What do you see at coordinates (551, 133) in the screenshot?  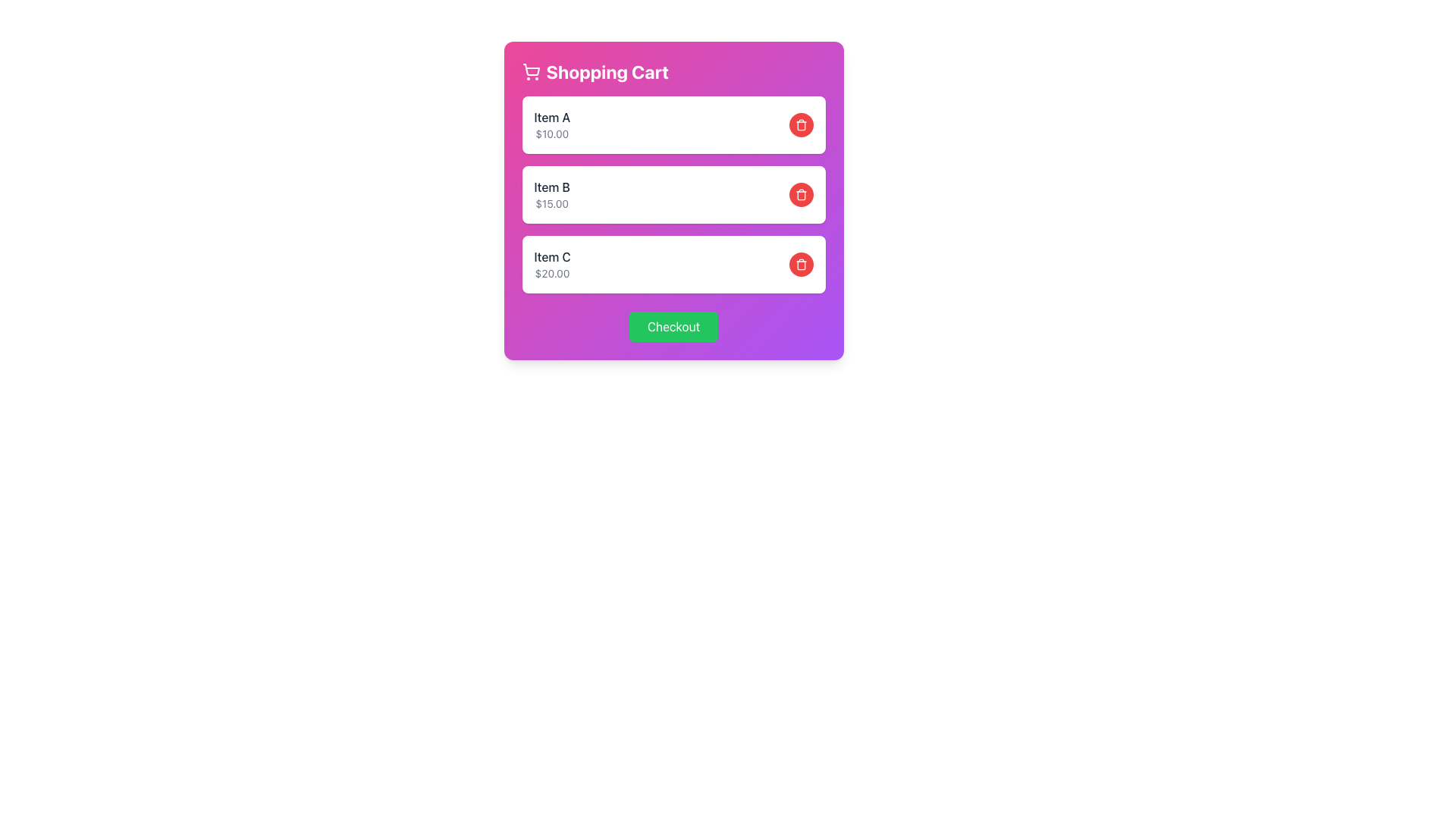 I see `the text label displaying the price "$10.00" which is located directly below the text label "Item A" in the shopping cart interface` at bounding box center [551, 133].